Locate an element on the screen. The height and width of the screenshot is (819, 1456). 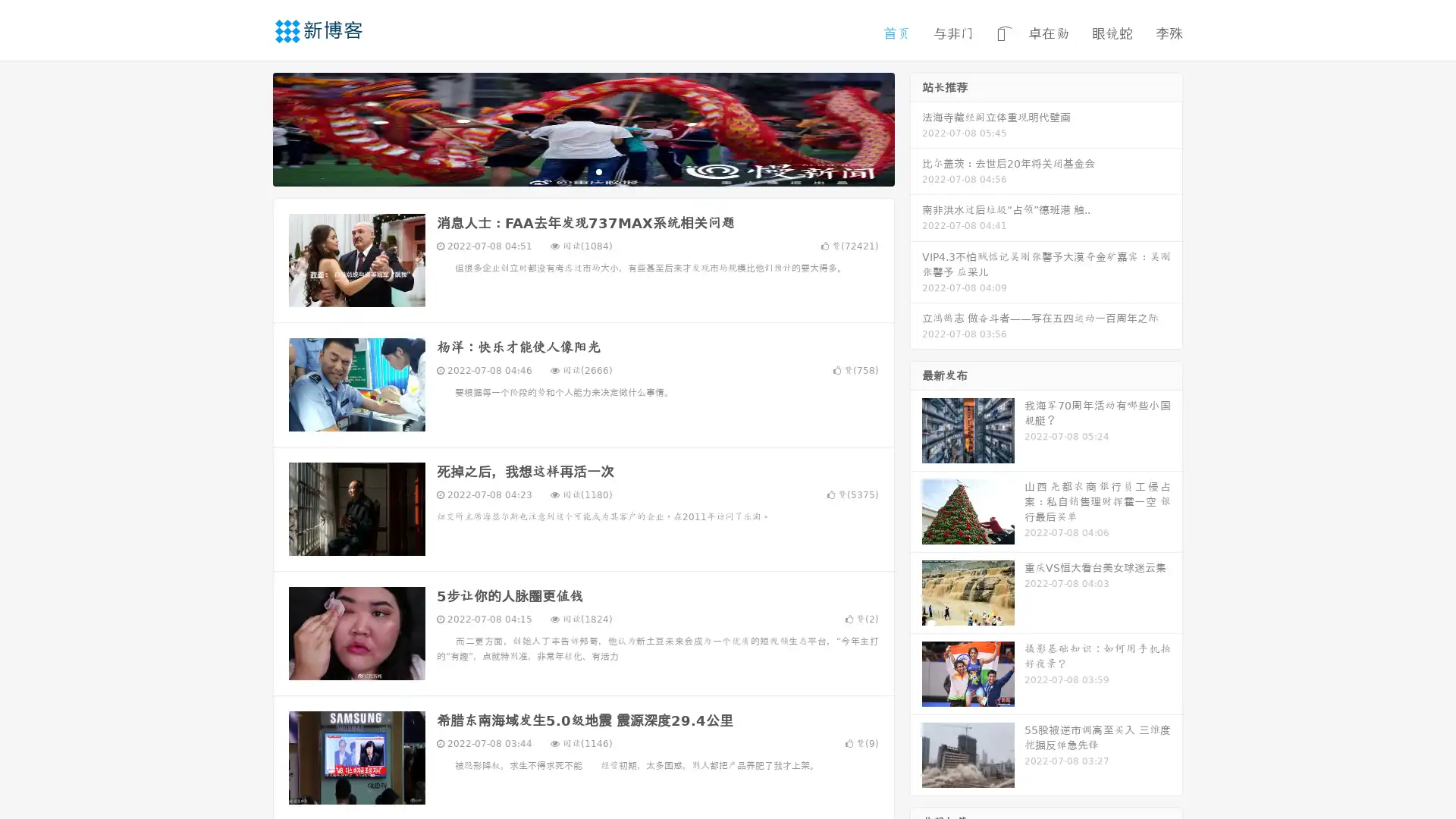
Previous slide is located at coordinates (250, 127).